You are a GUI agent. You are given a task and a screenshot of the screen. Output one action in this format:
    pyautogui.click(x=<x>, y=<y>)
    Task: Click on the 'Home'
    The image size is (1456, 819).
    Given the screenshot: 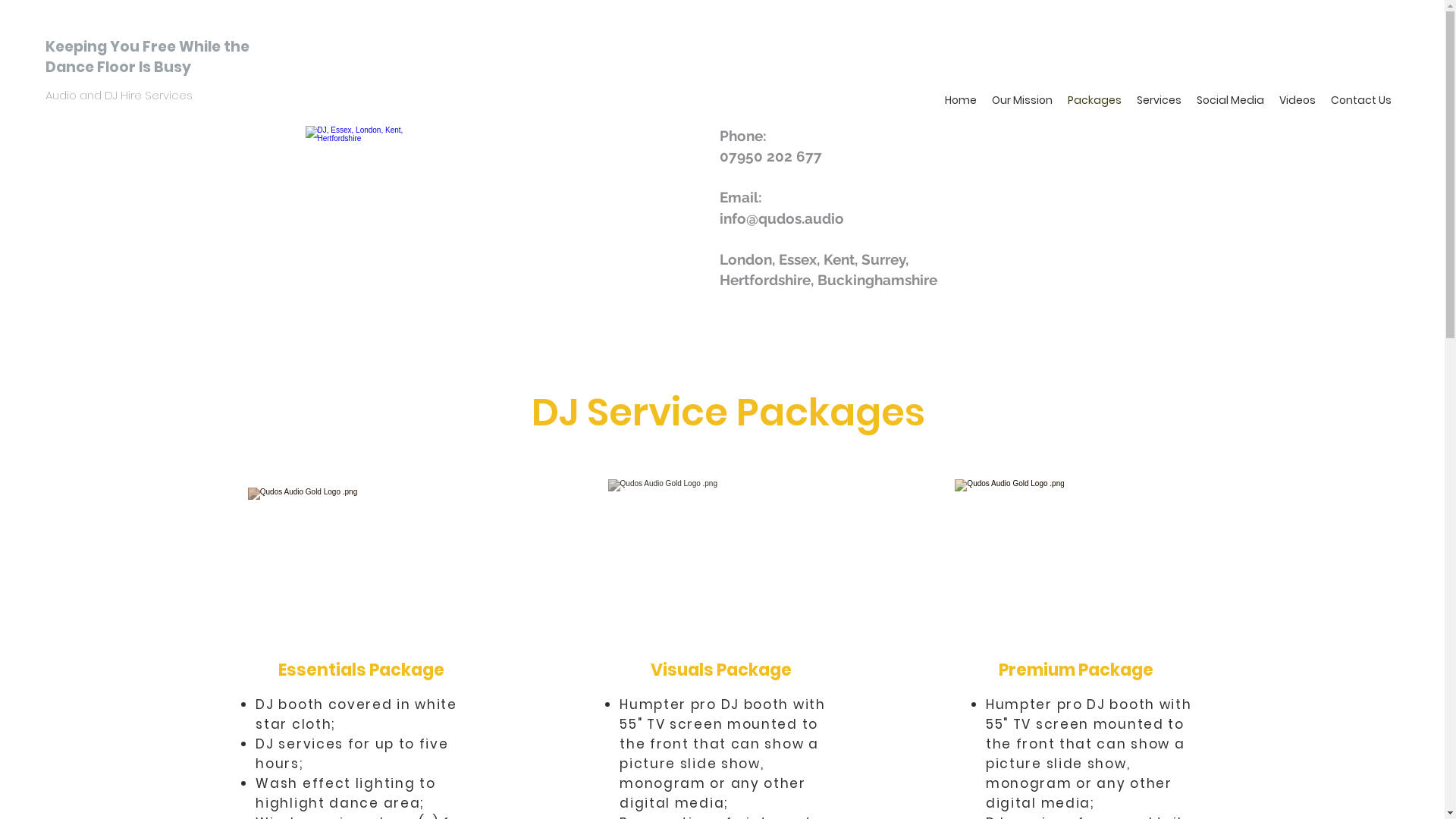 What is the action you would take?
    pyautogui.click(x=960, y=99)
    